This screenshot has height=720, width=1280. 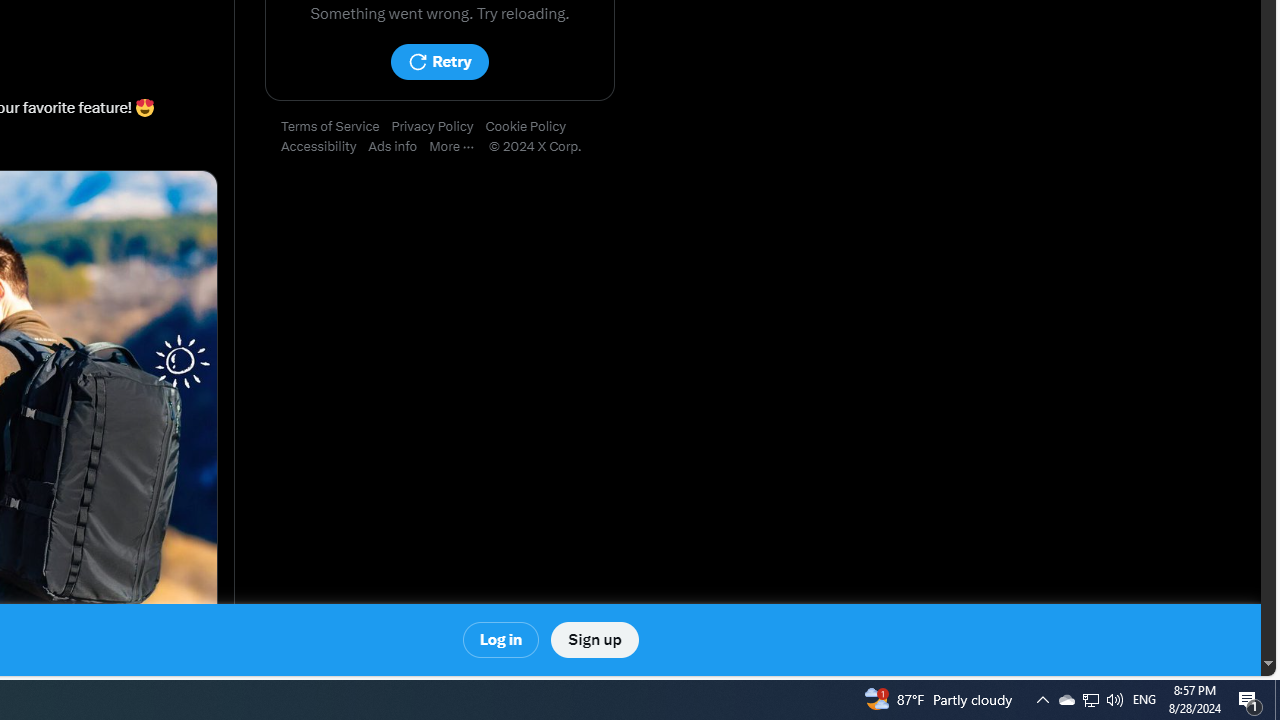 What do you see at coordinates (336, 127) in the screenshot?
I see `'Terms of Service'` at bounding box center [336, 127].